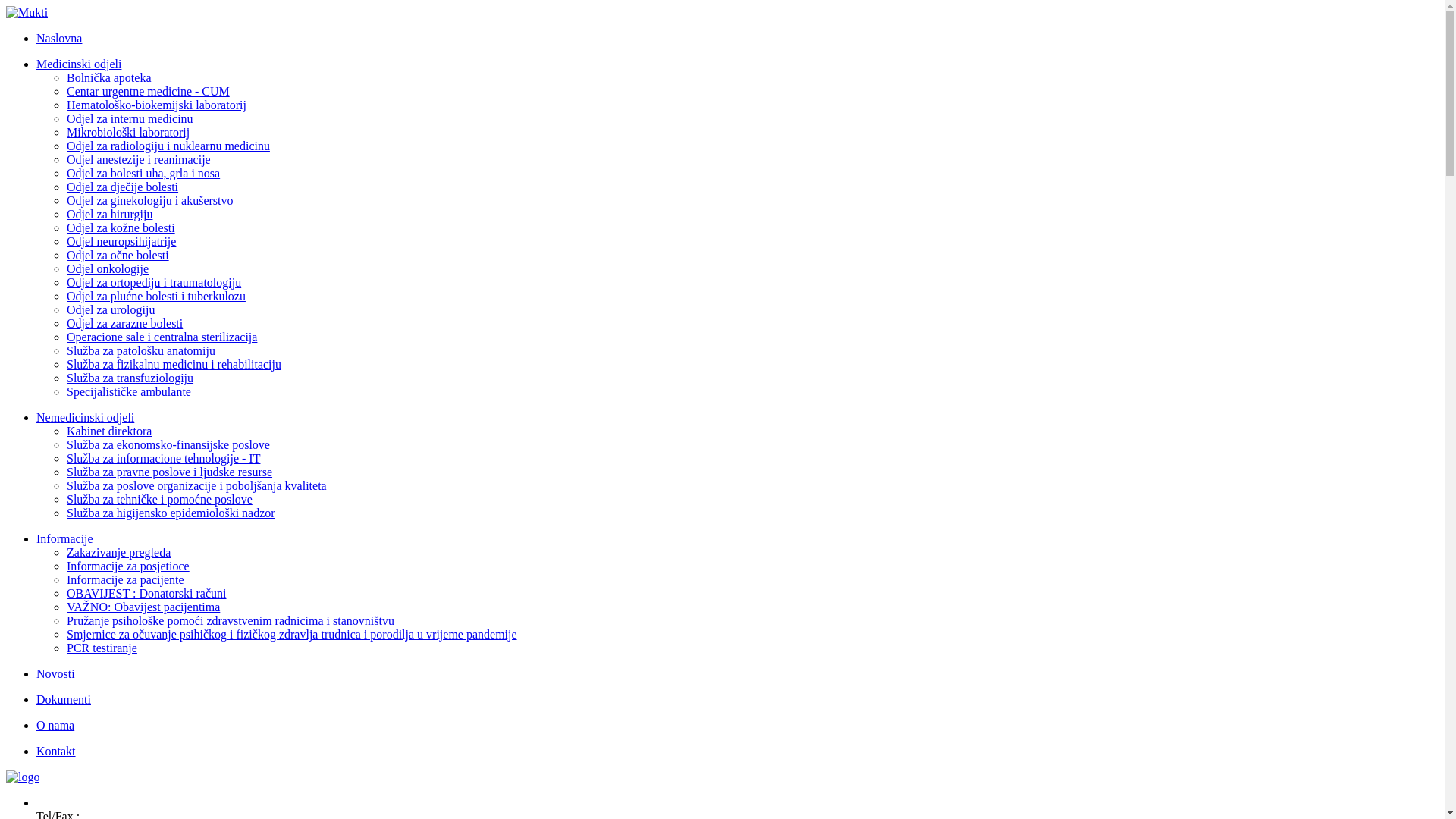 The width and height of the screenshot is (1456, 819). Describe the element at coordinates (84, 417) in the screenshot. I see `'Nemedicinski odjeli'` at that location.